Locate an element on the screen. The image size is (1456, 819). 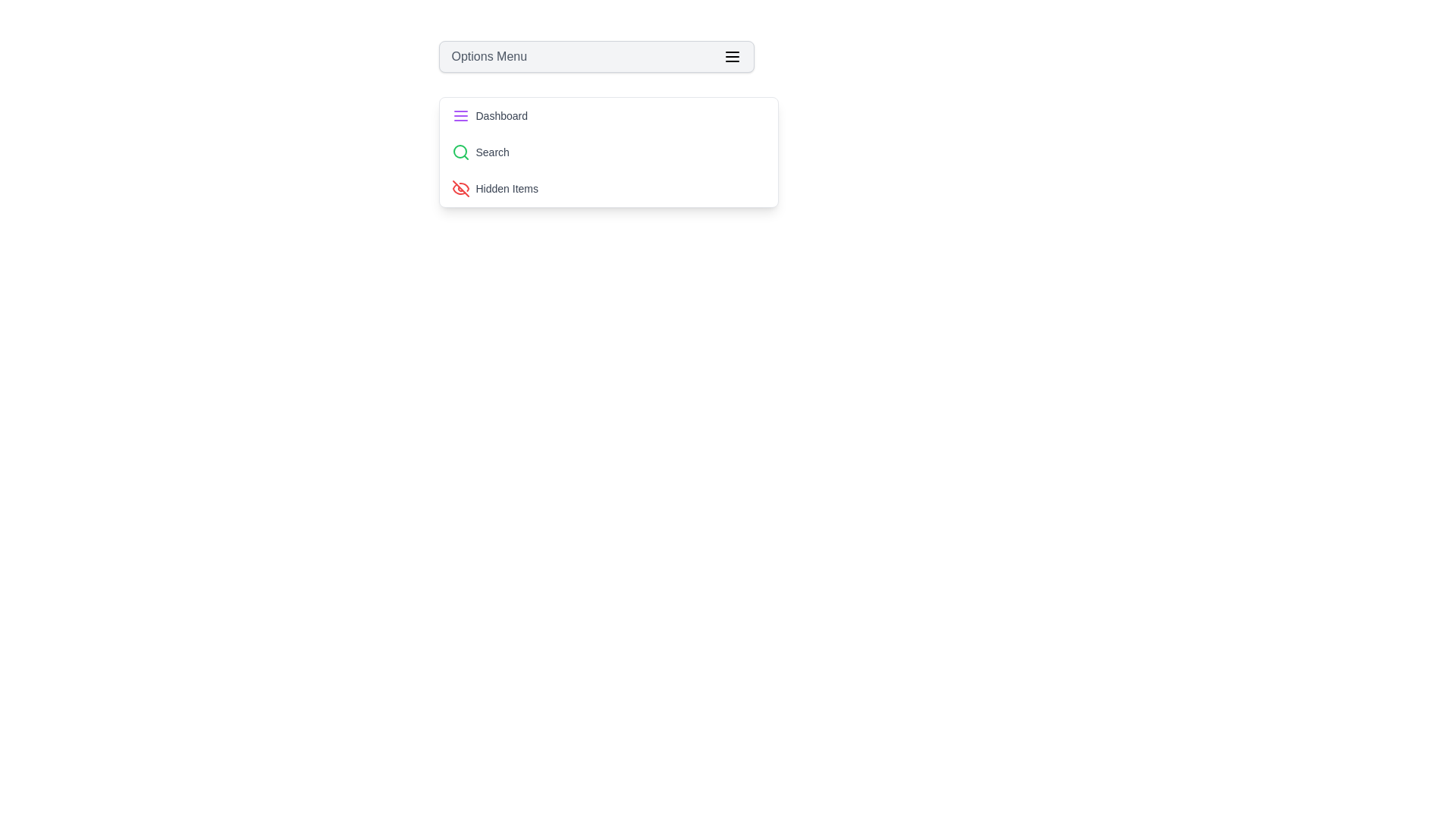
the red crossed-out eye icon that symbolizes hidden or obscured items, located to the left of the 'Hidden Items' label in the third option row is located at coordinates (460, 188).